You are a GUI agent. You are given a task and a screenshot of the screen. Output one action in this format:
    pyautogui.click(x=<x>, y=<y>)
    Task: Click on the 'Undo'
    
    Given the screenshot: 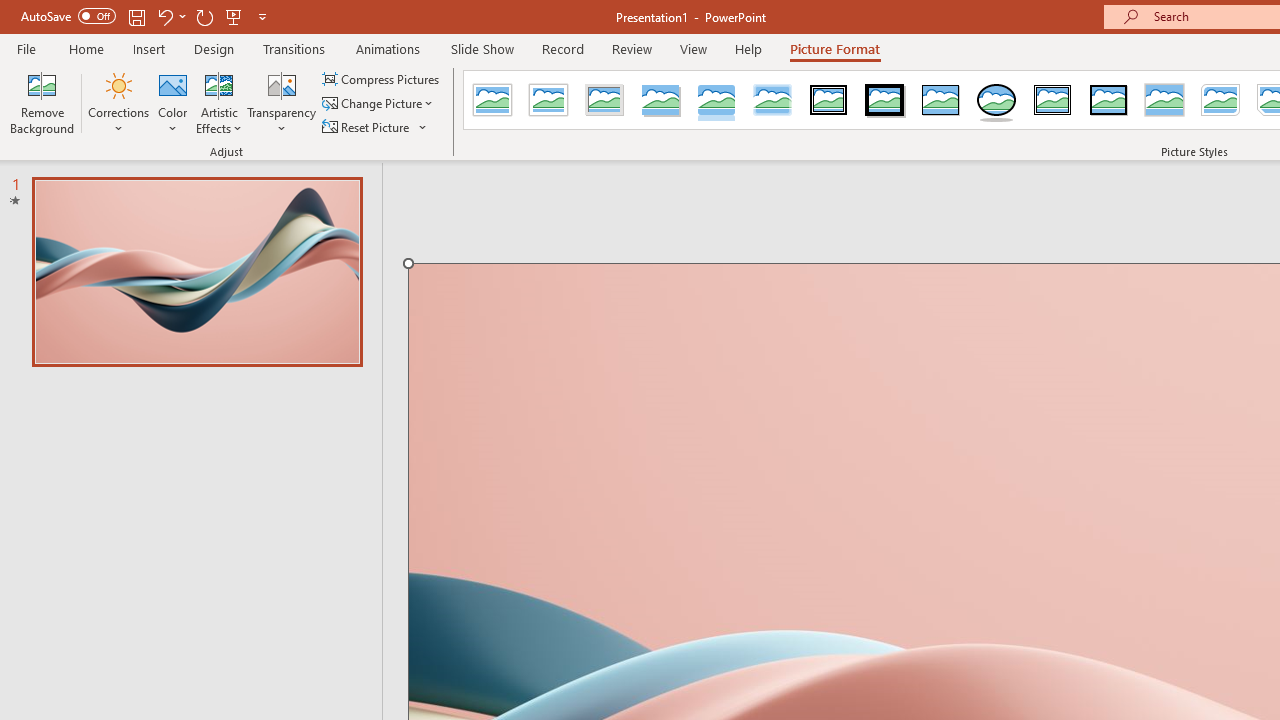 What is the action you would take?
    pyautogui.click(x=170, y=16)
    